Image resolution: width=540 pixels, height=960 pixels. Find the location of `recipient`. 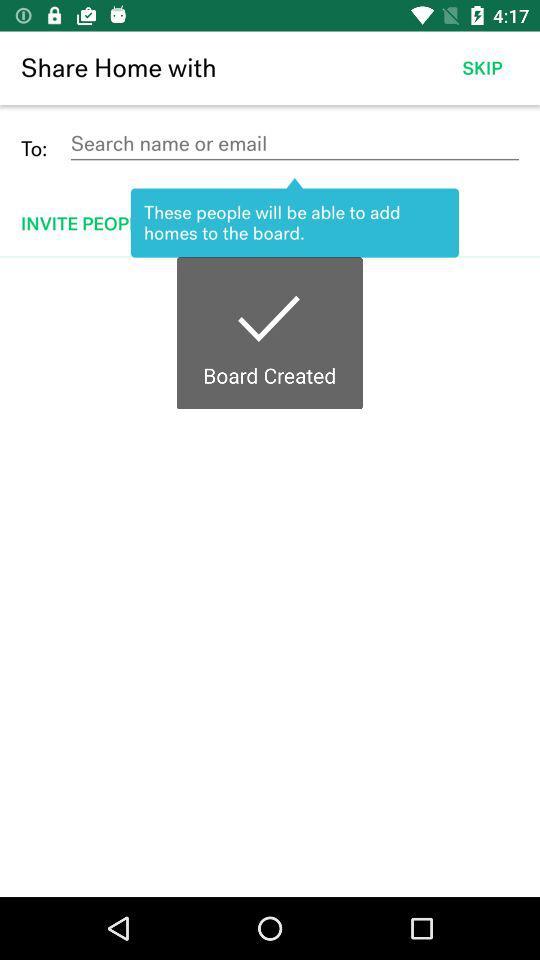

recipient is located at coordinates (293, 143).